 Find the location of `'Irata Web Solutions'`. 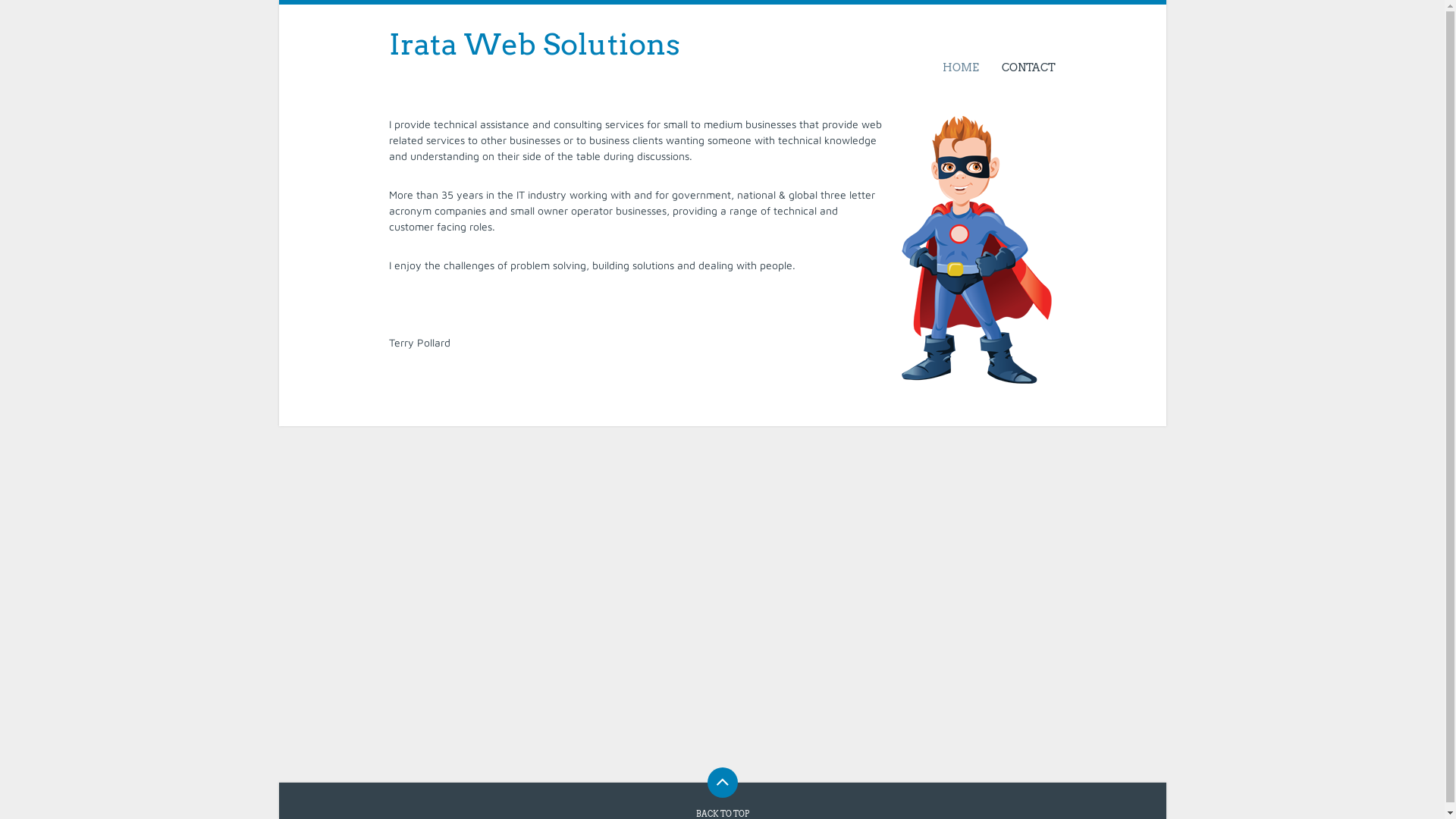

'Irata Web Solutions' is located at coordinates (534, 43).